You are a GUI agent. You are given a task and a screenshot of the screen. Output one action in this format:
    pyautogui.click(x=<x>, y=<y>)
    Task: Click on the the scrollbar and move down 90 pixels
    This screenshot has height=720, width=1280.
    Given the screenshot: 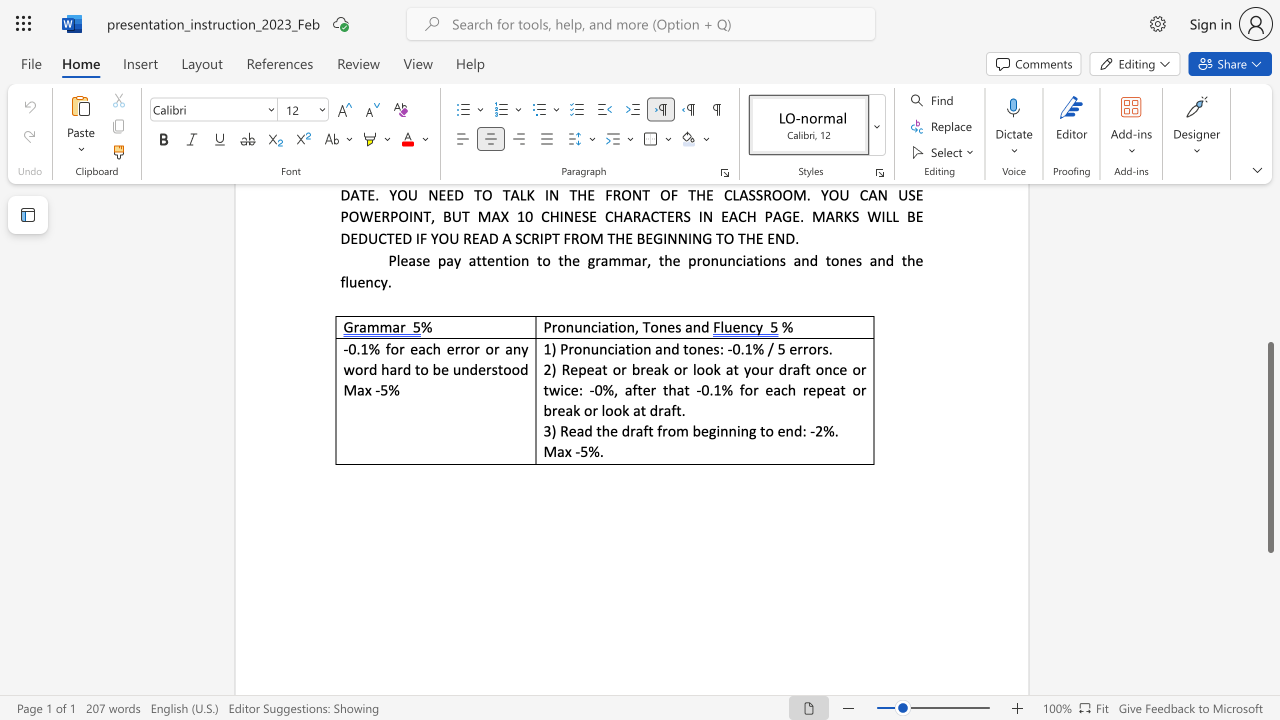 What is the action you would take?
    pyautogui.click(x=1269, y=446)
    